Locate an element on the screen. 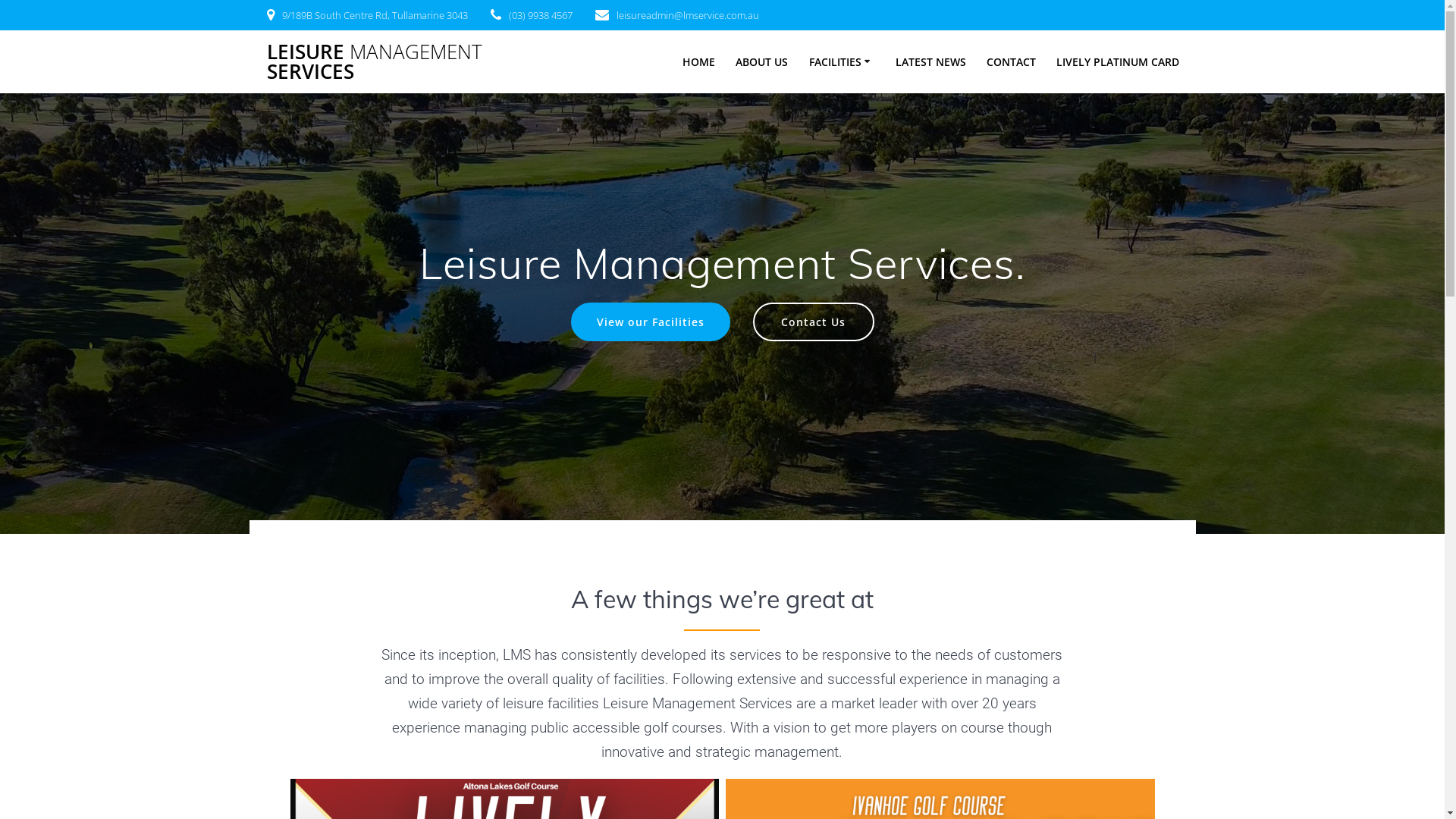  'CONTACT' is located at coordinates (1011, 61).